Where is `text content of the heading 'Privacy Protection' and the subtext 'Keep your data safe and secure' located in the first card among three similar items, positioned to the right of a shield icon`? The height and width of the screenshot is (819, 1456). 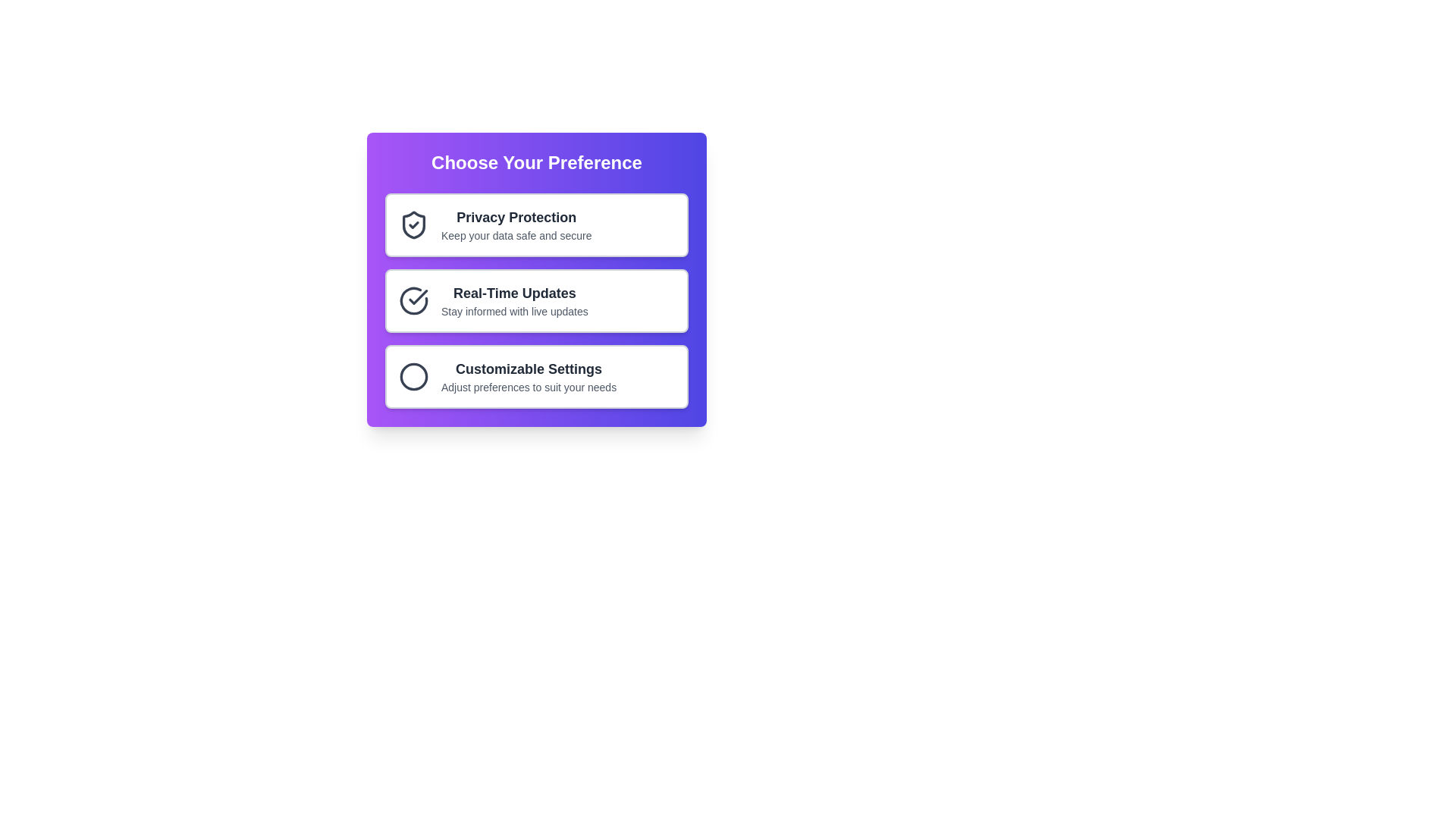
text content of the heading 'Privacy Protection' and the subtext 'Keep your data safe and secure' located in the first card among three similar items, positioned to the right of a shield icon is located at coordinates (516, 225).